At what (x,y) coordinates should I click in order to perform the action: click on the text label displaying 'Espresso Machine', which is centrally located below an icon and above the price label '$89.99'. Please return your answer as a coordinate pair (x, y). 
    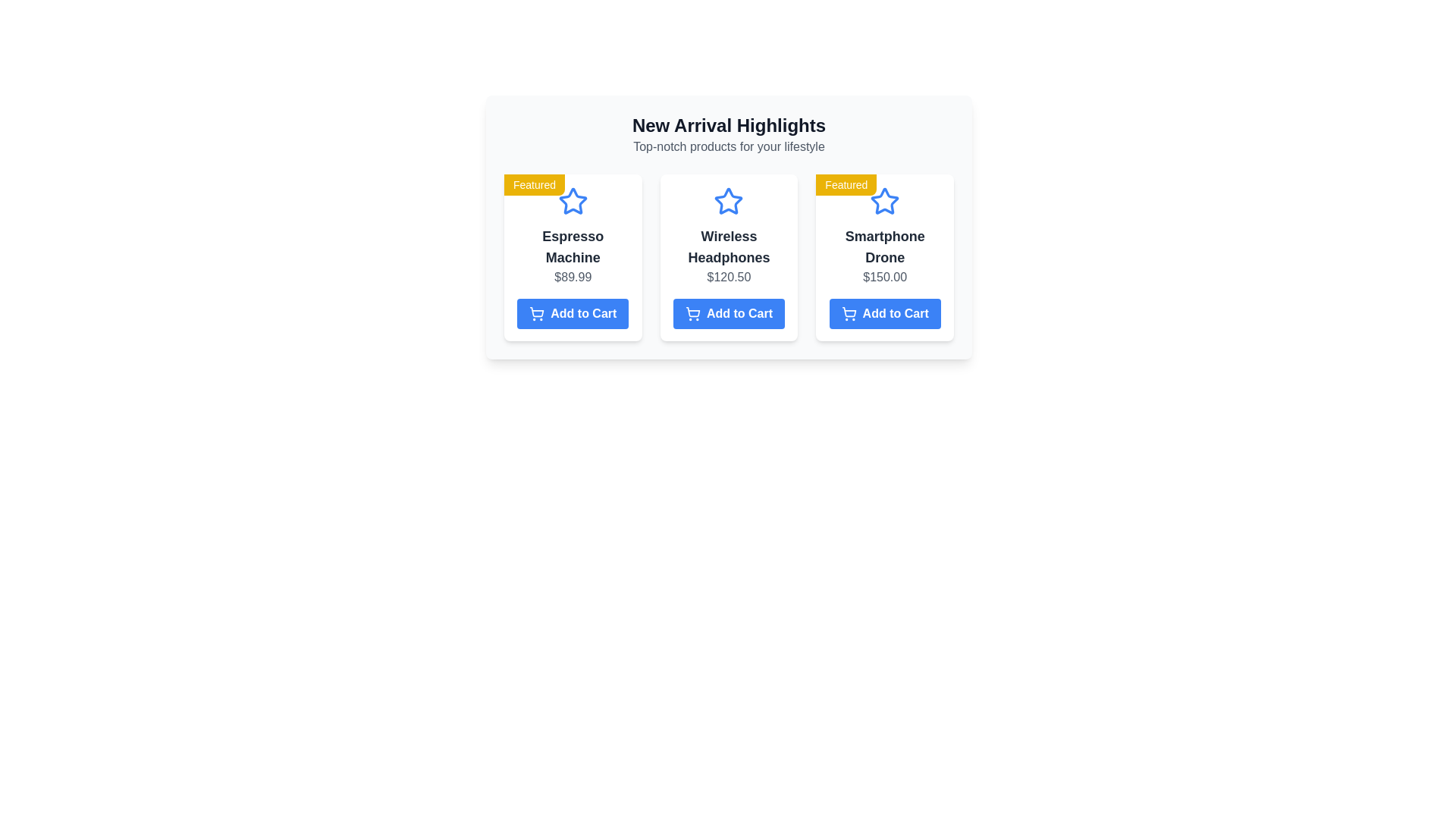
    Looking at the image, I should click on (572, 246).